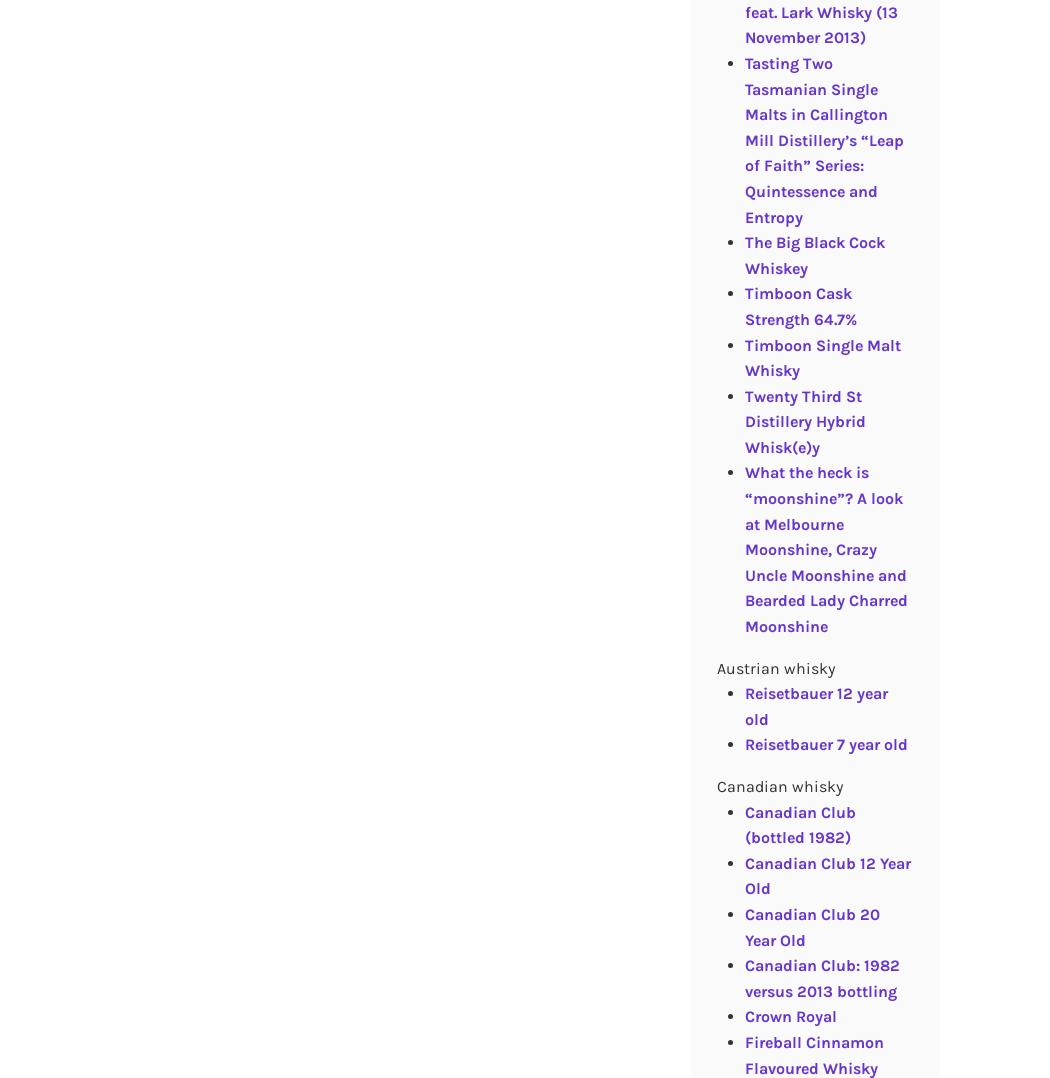  Describe the element at coordinates (820, 977) in the screenshot. I see `'Canadian Club: 1982 versus 2013 bottling'` at that location.